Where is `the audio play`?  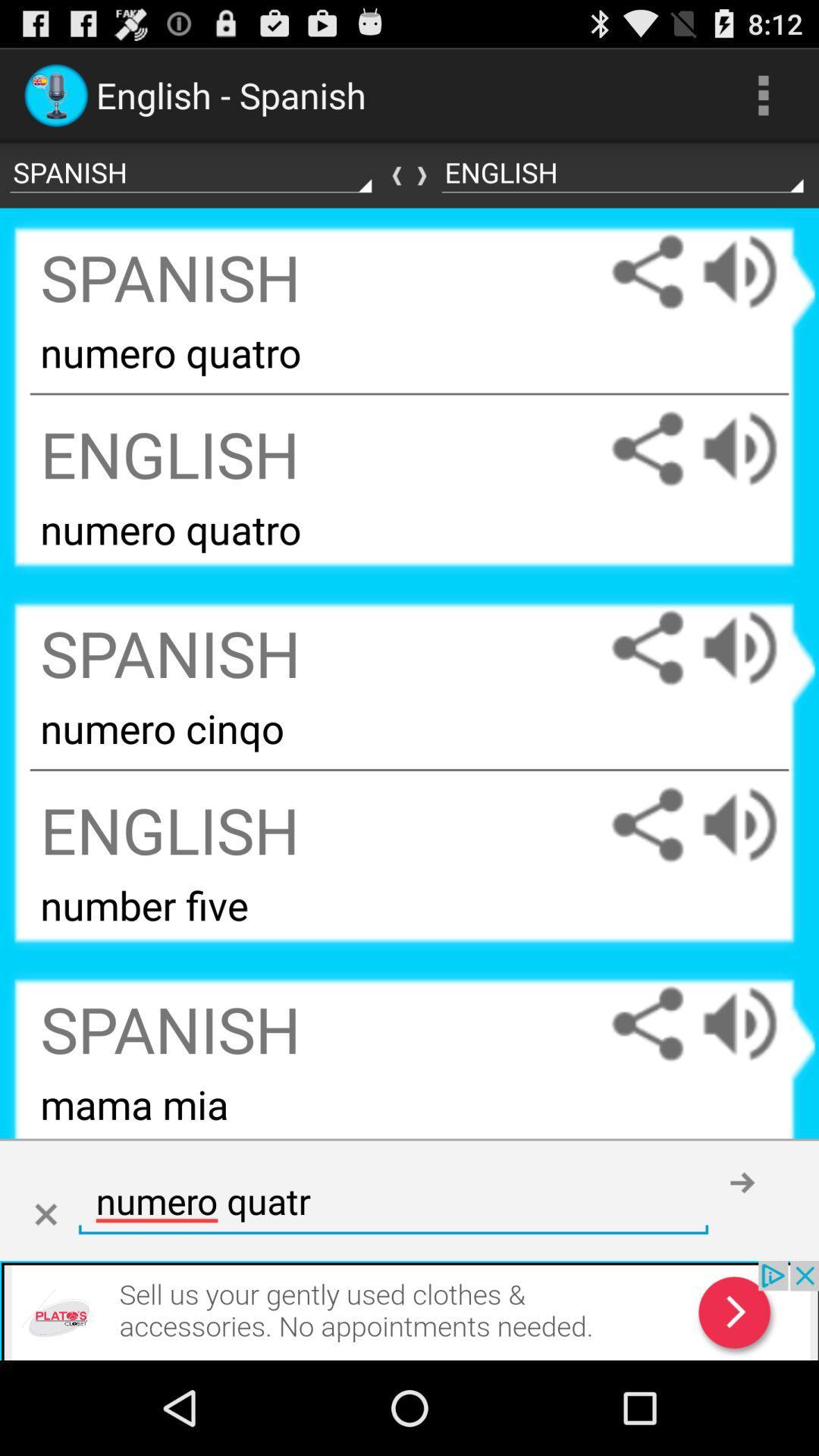 the audio play is located at coordinates (755, 648).